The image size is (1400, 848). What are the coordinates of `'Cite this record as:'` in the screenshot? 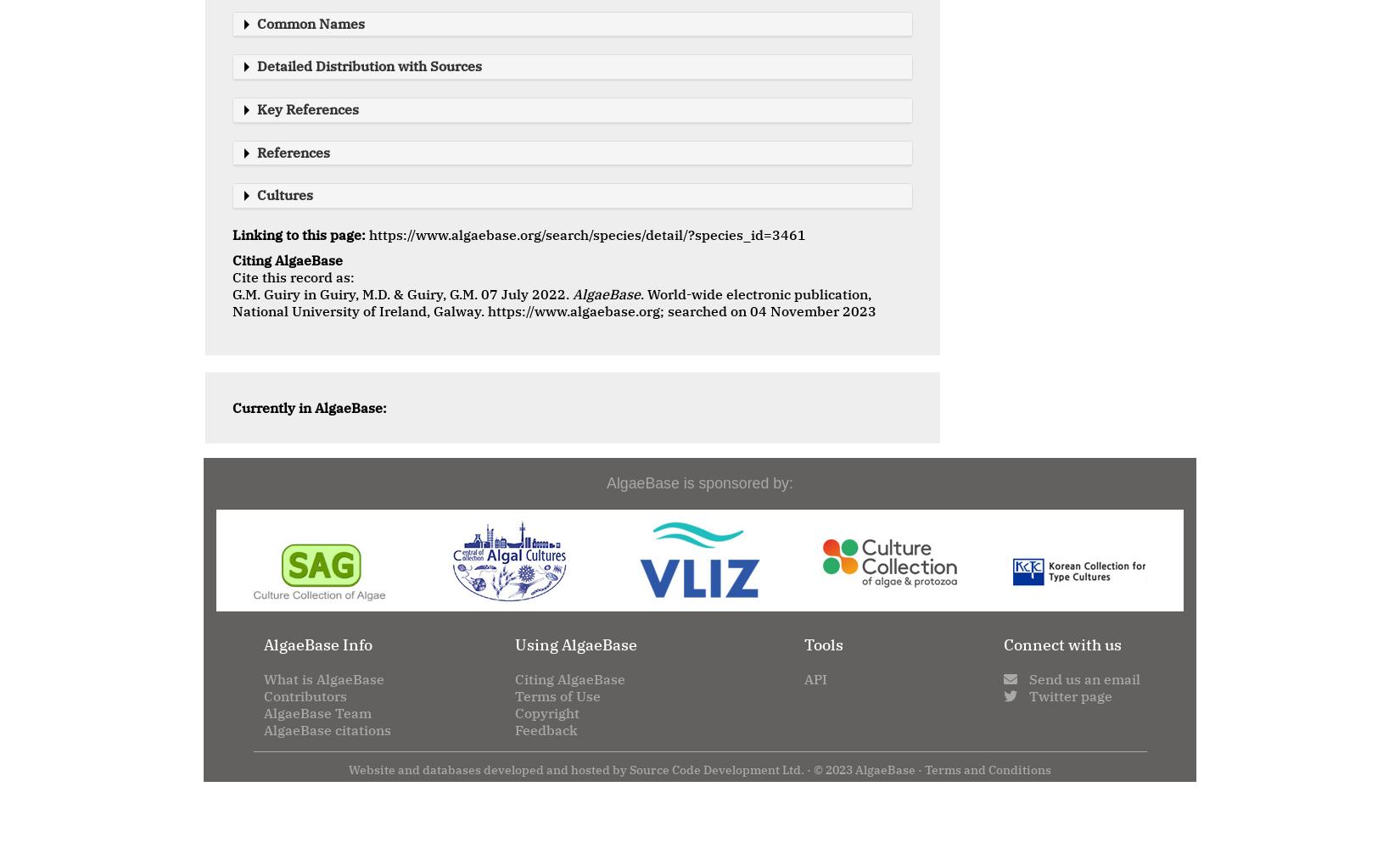 It's located at (294, 276).